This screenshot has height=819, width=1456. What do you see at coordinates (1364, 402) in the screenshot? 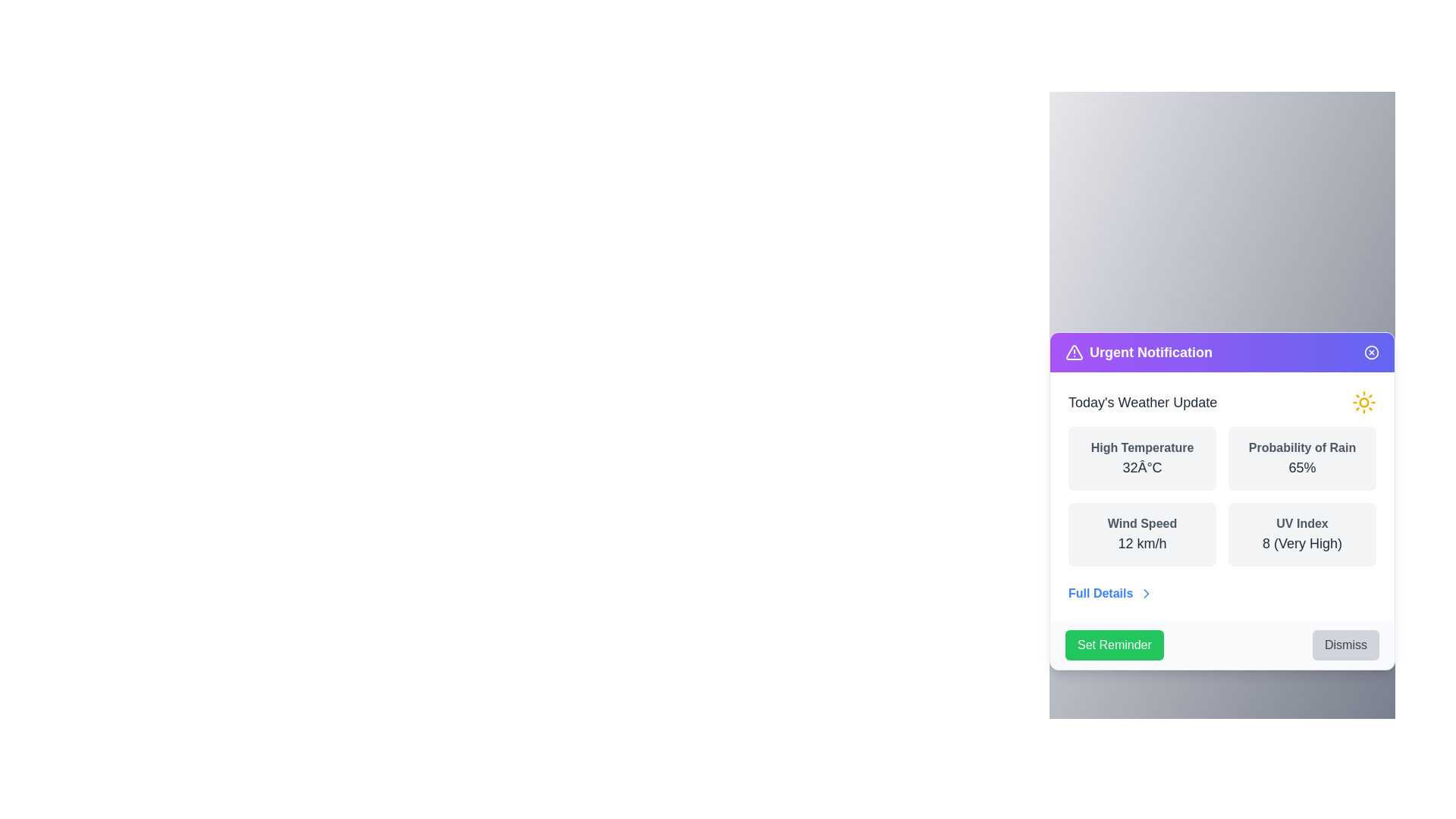
I see `the inner circular part of the sun-shaped icon in the top-right corner of the weather update notification interface` at bounding box center [1364, 402].